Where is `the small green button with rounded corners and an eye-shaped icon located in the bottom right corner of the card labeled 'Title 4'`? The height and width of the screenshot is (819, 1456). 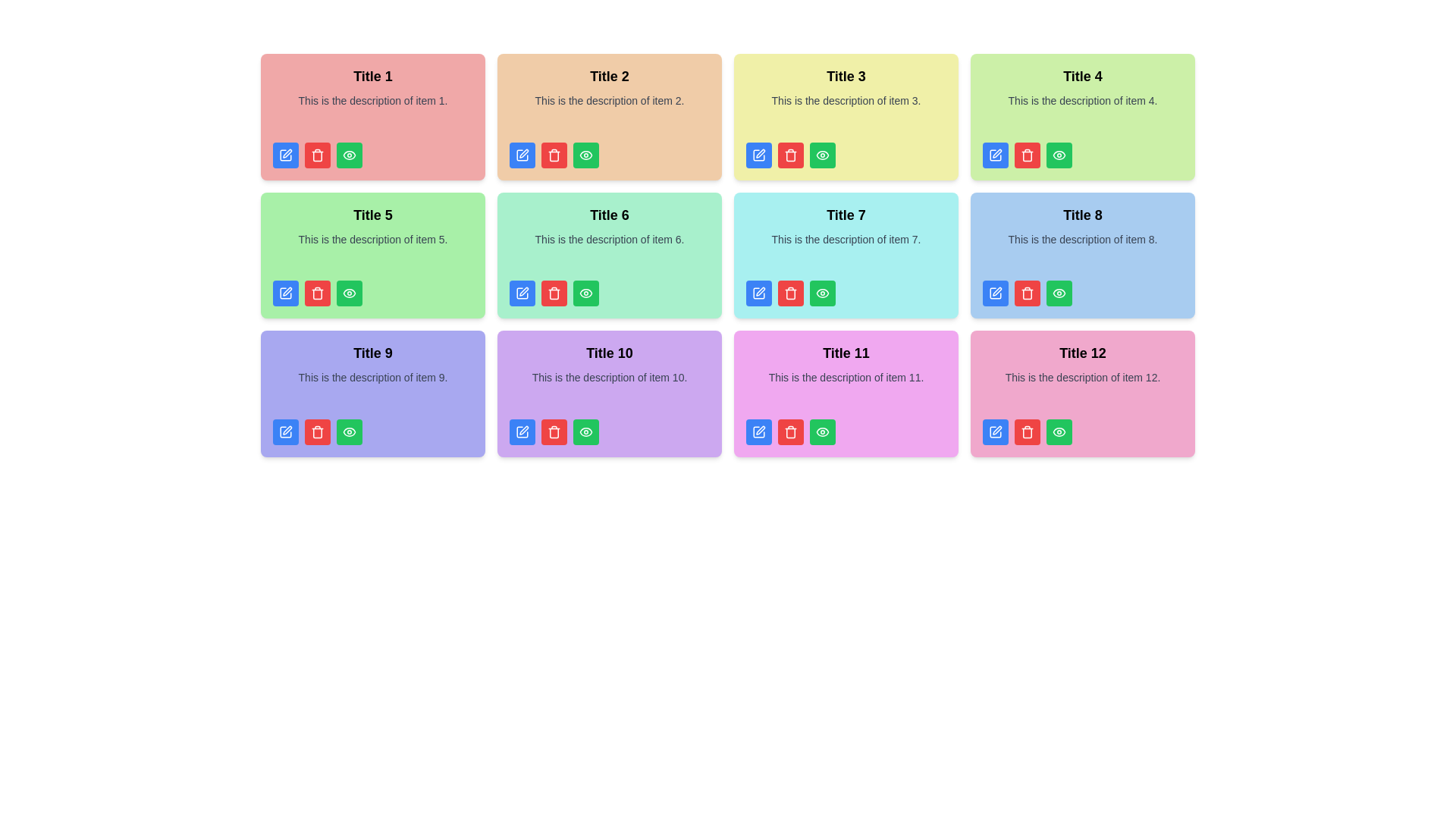
the small green button with rounded corners and an eye-shaped icon located in the bottom right corner of the card labeled 'Title 4' is located at coordinates (1058, 155).